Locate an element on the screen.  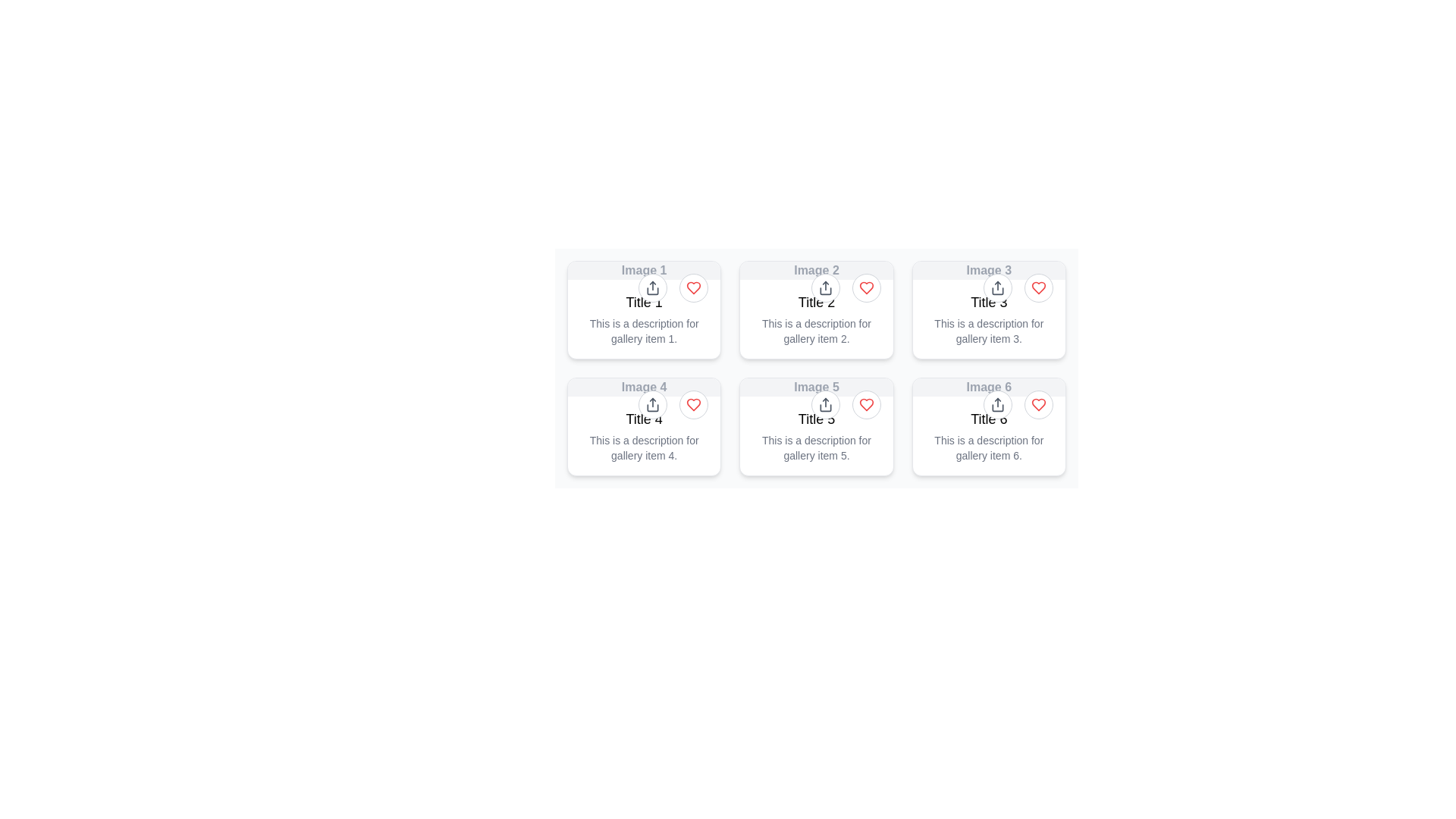
the static text label that reads 'Image 1' displayed in a gray, bold font at the top of the first card in a grid layout is located at coordinates (644, 270).